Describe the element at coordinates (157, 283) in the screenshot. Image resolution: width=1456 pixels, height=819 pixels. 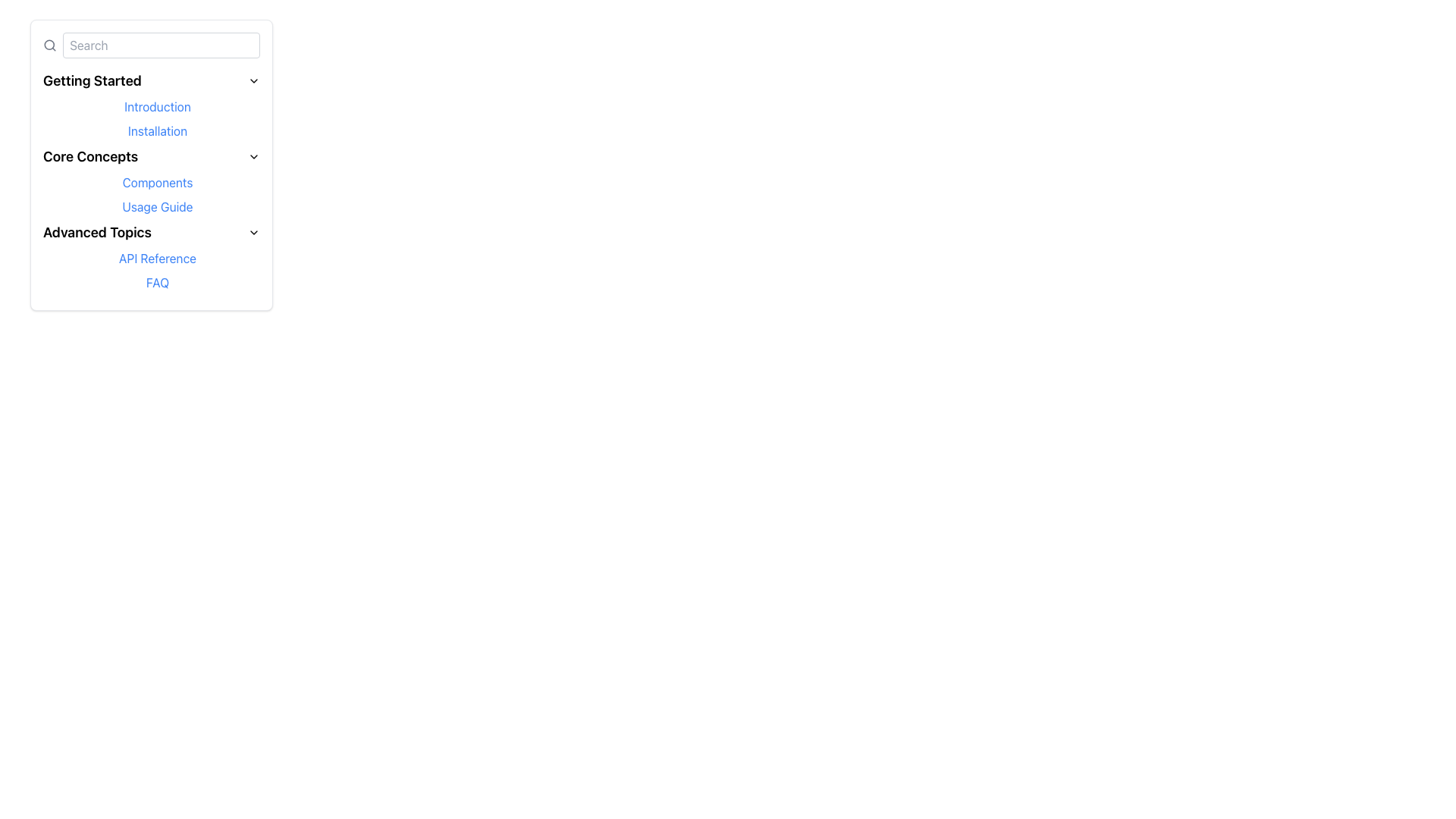
I see `the hyperlink that serves as a navigation link to the FAQ section, located beneath the 'Advanced Topics' section` at that location.